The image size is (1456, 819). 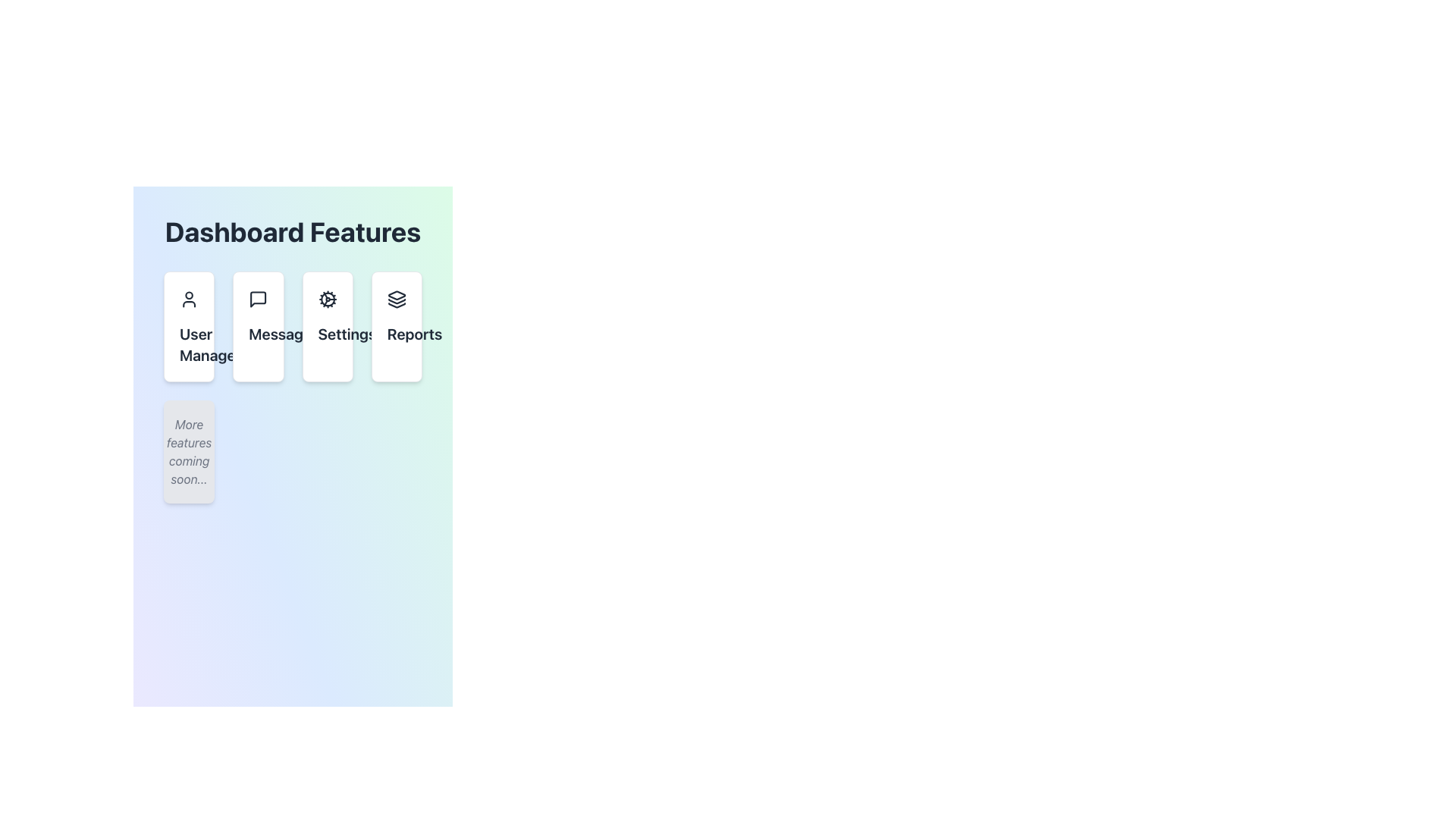 What do you see at coordinates (258, 299) in the screenshot?
I see `the speech bubble icon located at the top-center of the 'Messages' card on the Dashboard Features section` at bounding box center [258, 299].